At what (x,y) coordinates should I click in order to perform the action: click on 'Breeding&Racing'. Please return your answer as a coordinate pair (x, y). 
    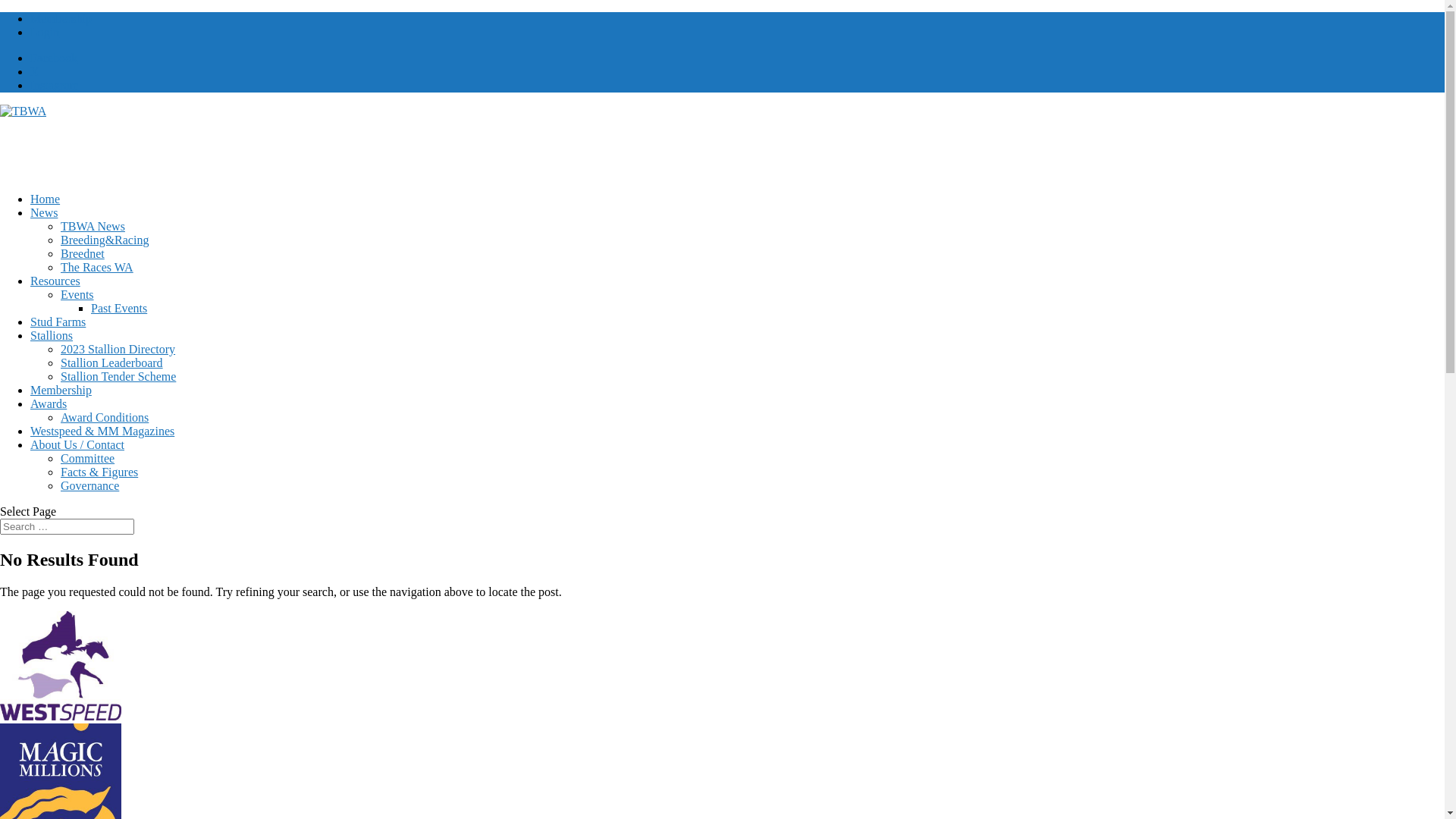
    Looking at the image, I should click on (61, 239).